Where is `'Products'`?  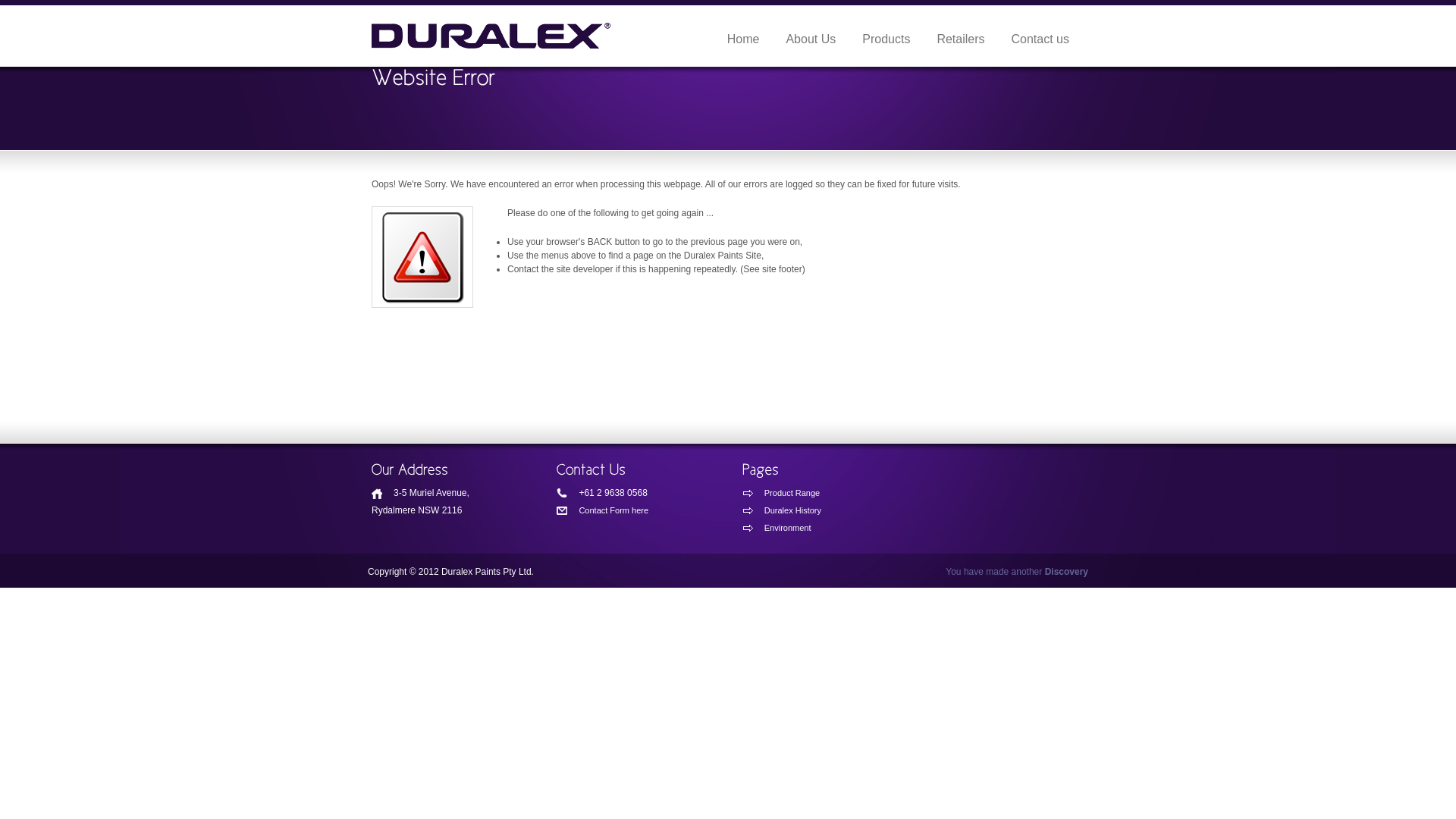 'Products' is located at coordinates (886, 39).